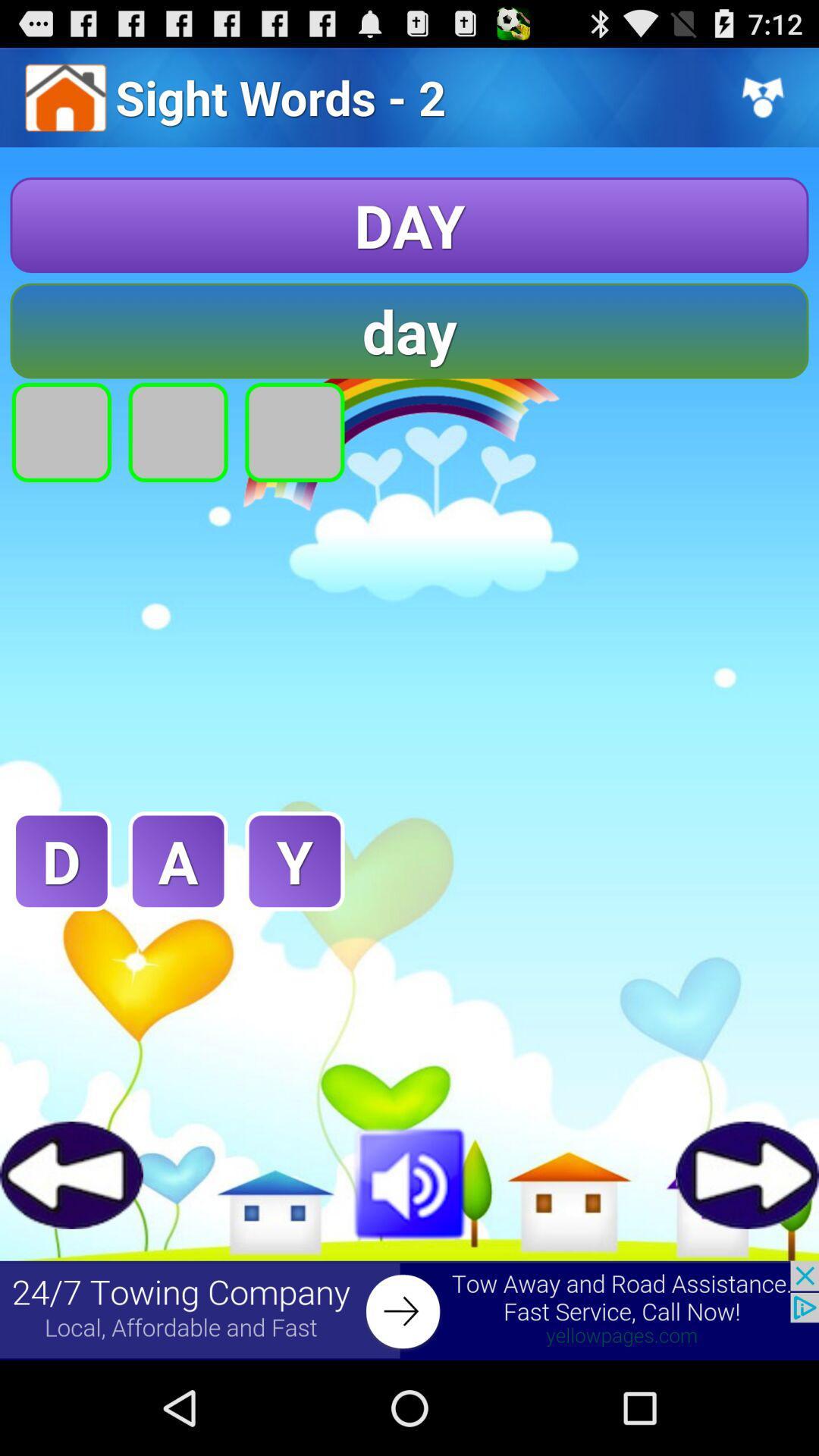 The width and height of the screenshot is (819, 1456). I want to click on the arrow_forward icon, so click(746, 1257).